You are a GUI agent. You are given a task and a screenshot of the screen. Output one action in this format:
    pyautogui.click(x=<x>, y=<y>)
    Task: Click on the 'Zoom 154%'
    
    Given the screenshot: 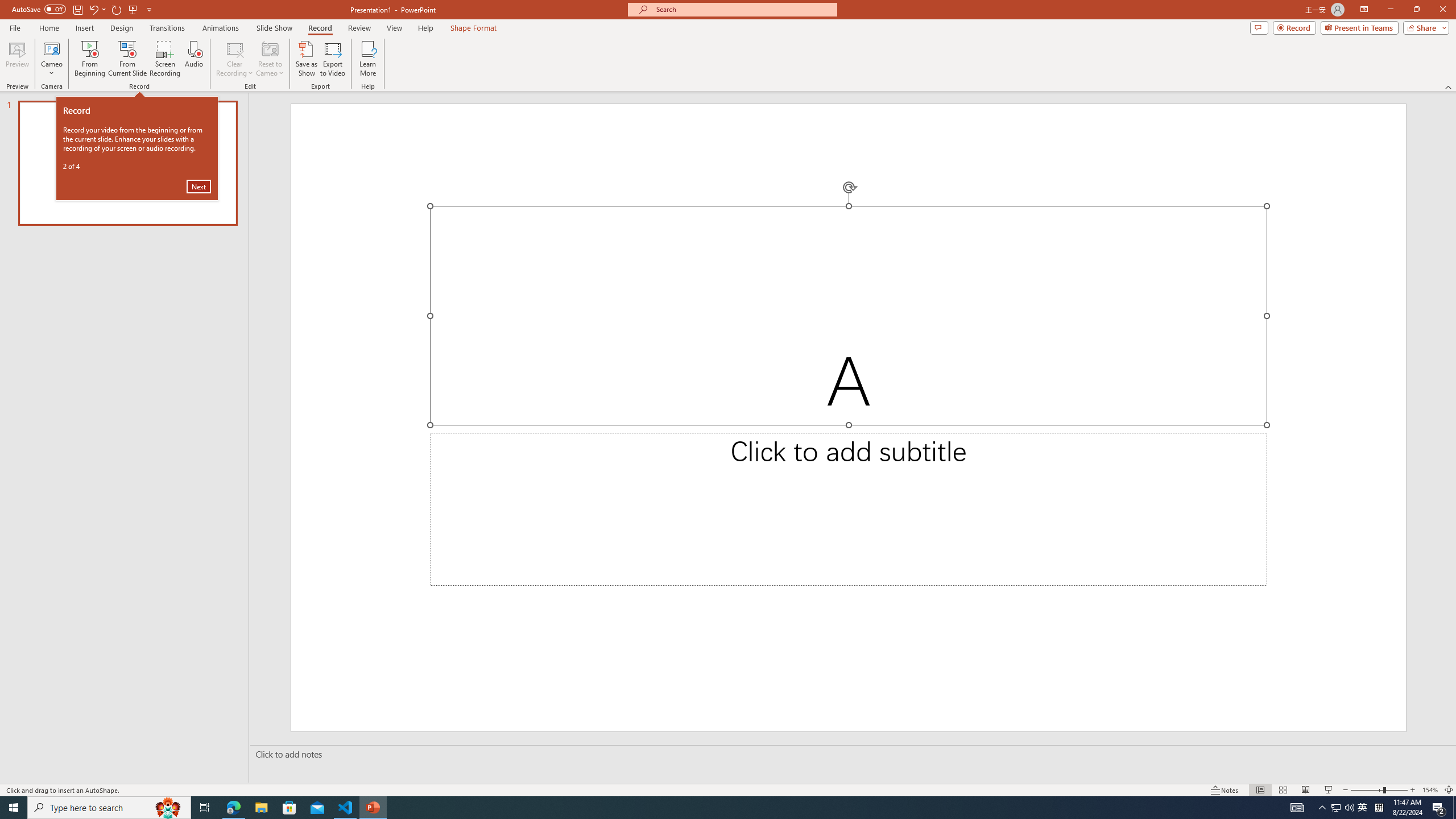 What is the action you would take?
    pyautogui.click(x=1430, y=790)
    